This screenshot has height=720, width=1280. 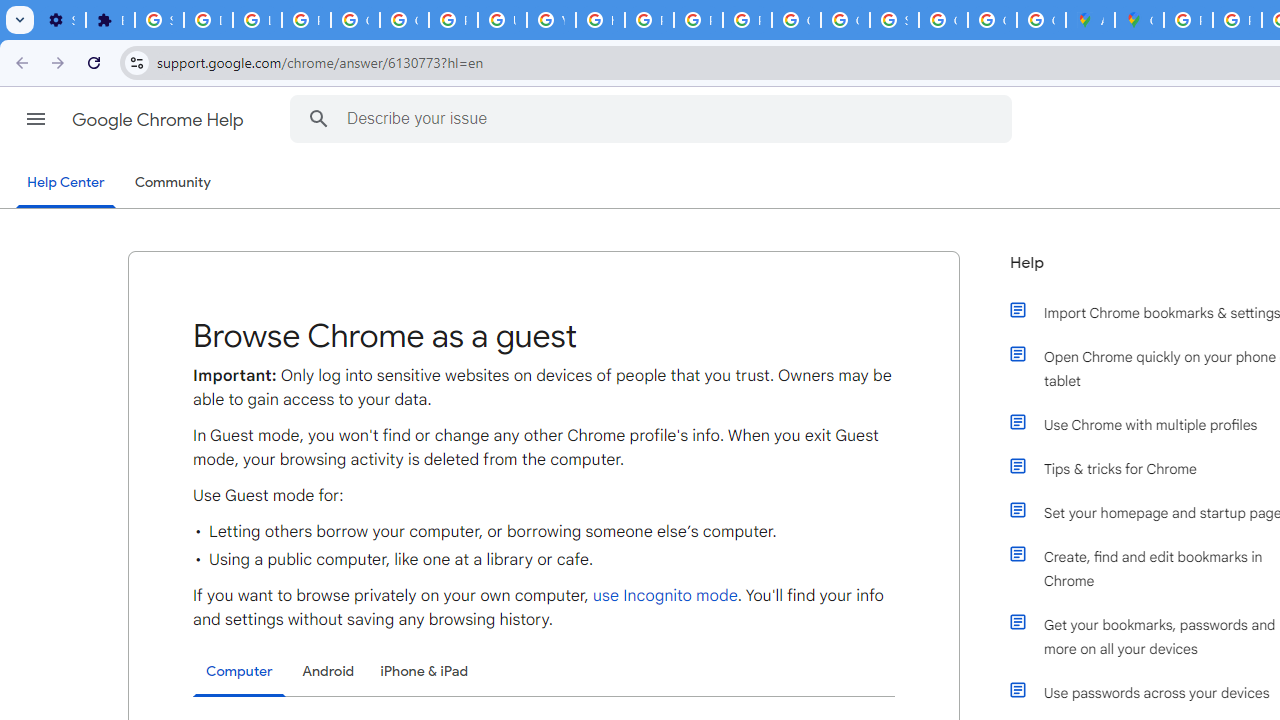 What do you see at coordinates (208, 20) in the screenshot?
I see `'Delete photos & videos - Computer - Google Photos Help'` at bounding box center [208, 20].